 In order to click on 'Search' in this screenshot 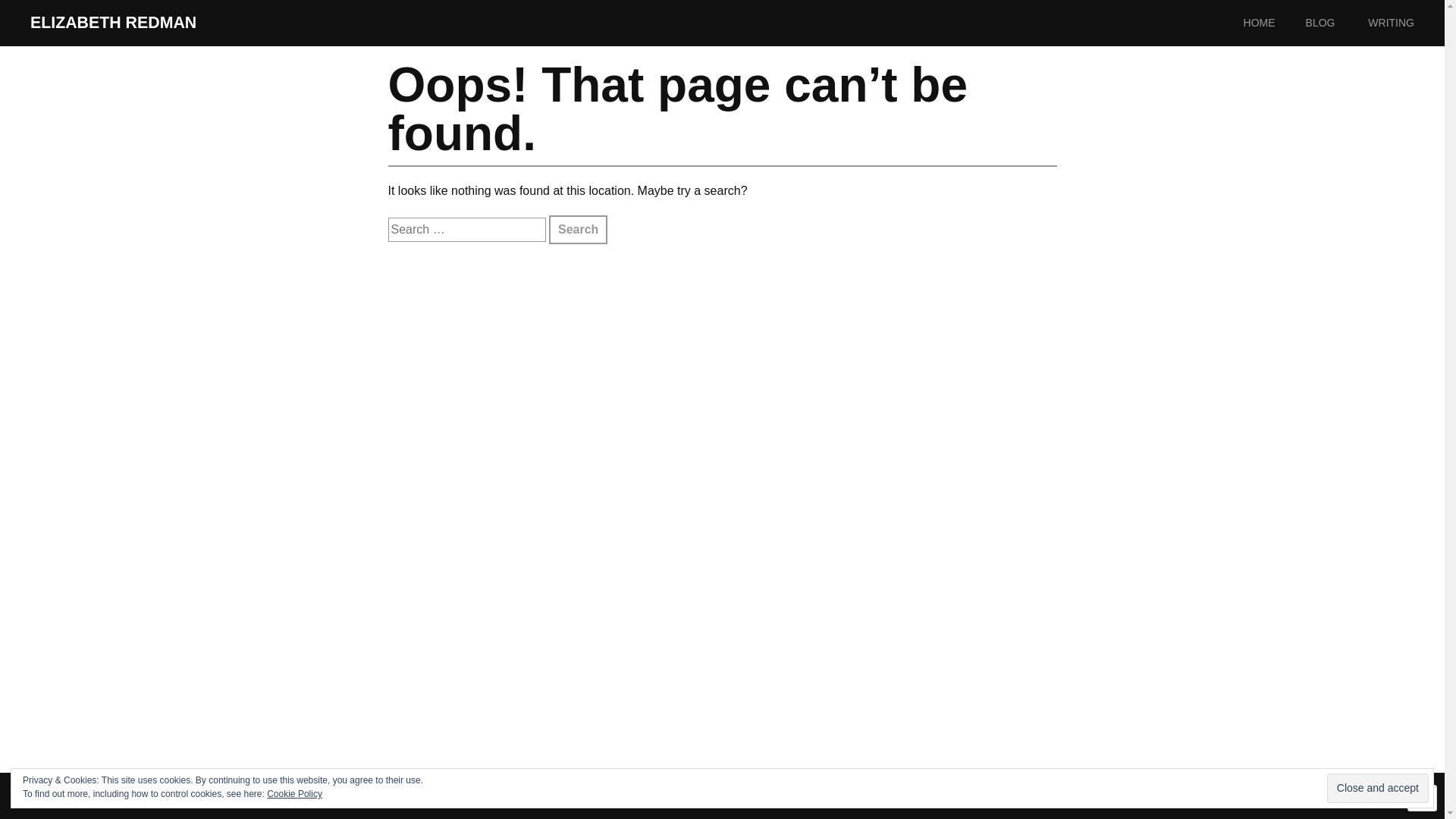, I will do `click(577, 230)`.